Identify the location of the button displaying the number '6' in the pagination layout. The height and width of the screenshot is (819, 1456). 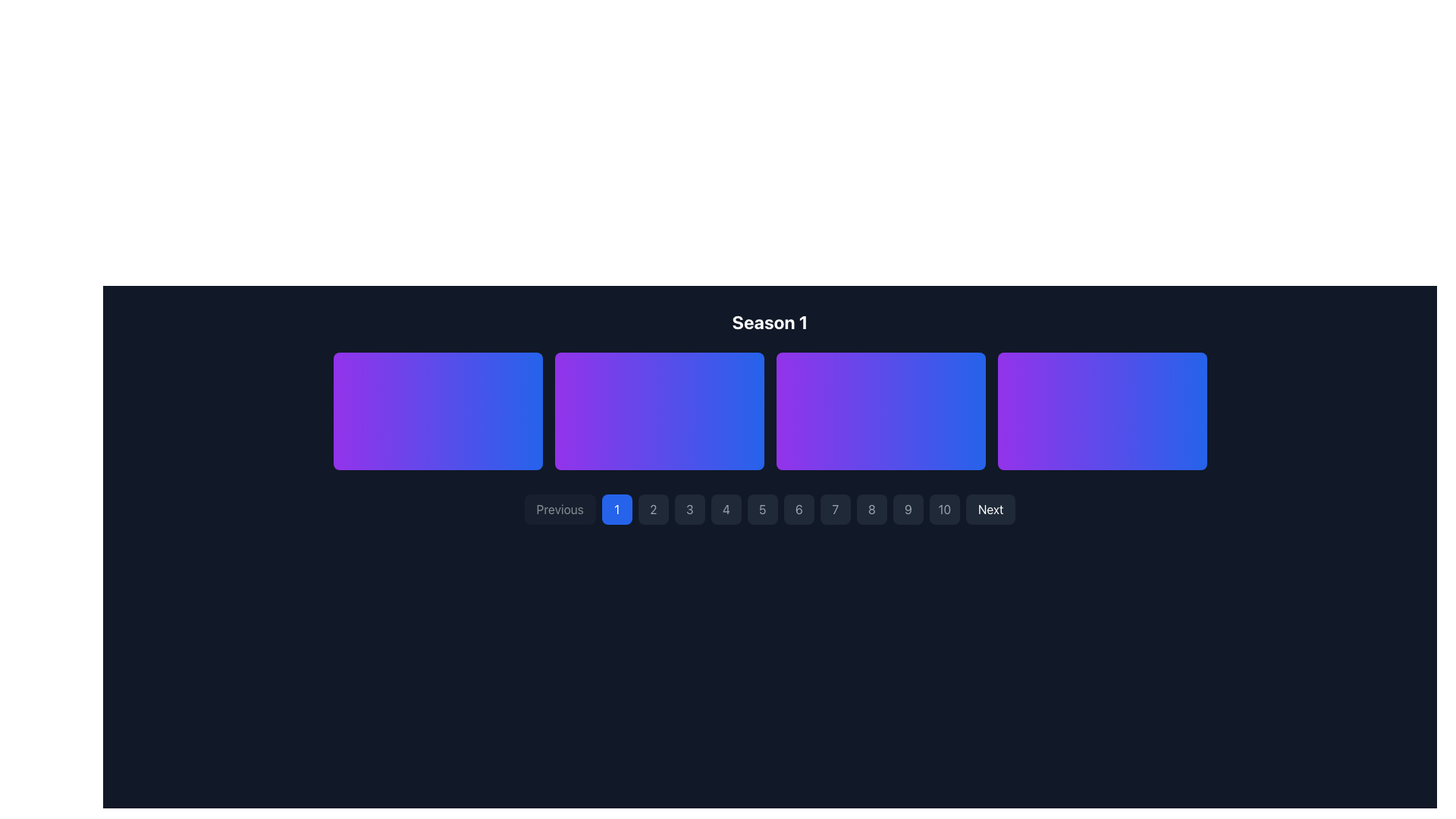
(798, 510).